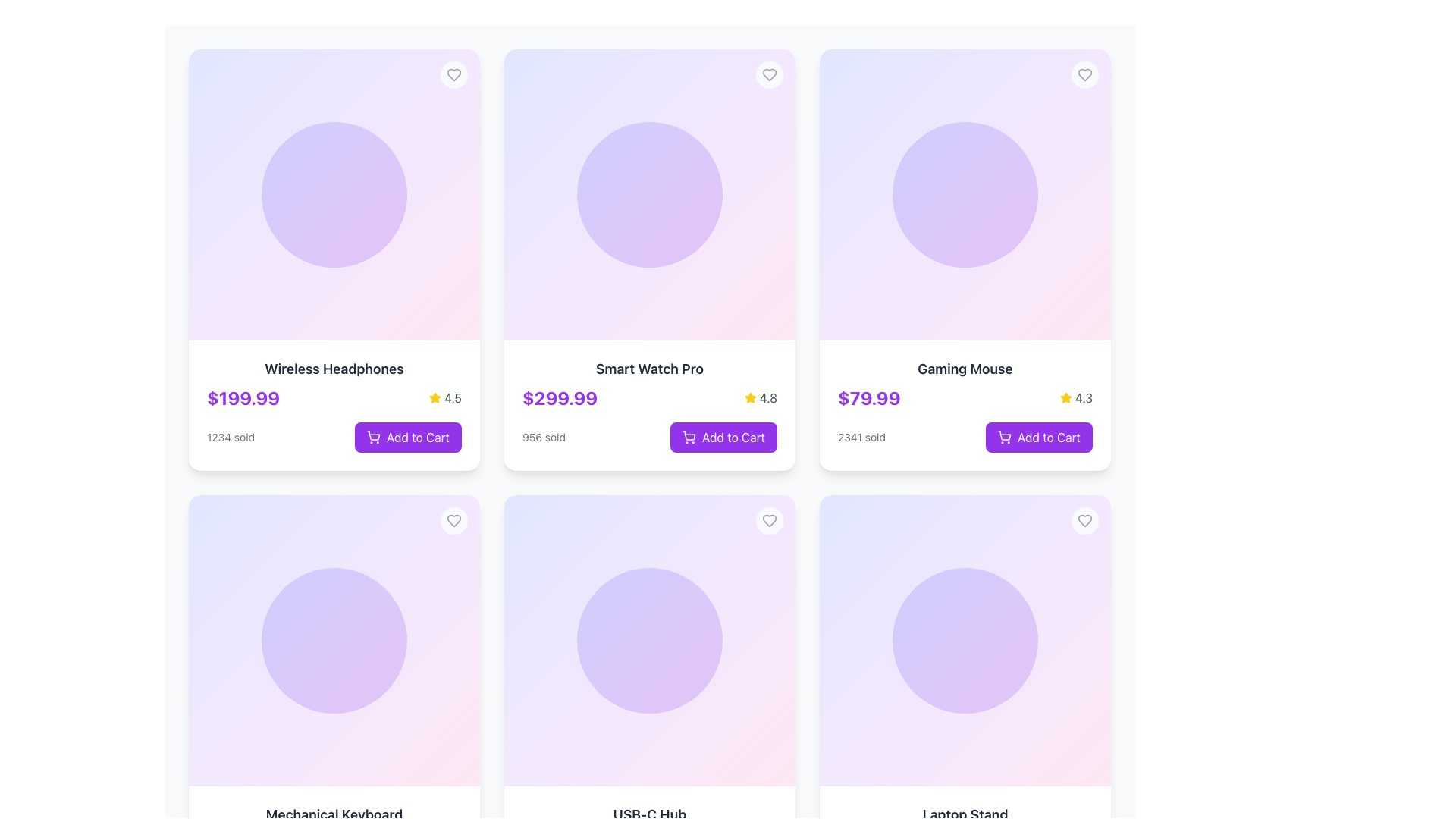  I want to click on the yellow star icon representing a rating symbol located next to the numeric rating value '4.5' in the rating section of a product card in the second column of the first row, so click(435, 397).